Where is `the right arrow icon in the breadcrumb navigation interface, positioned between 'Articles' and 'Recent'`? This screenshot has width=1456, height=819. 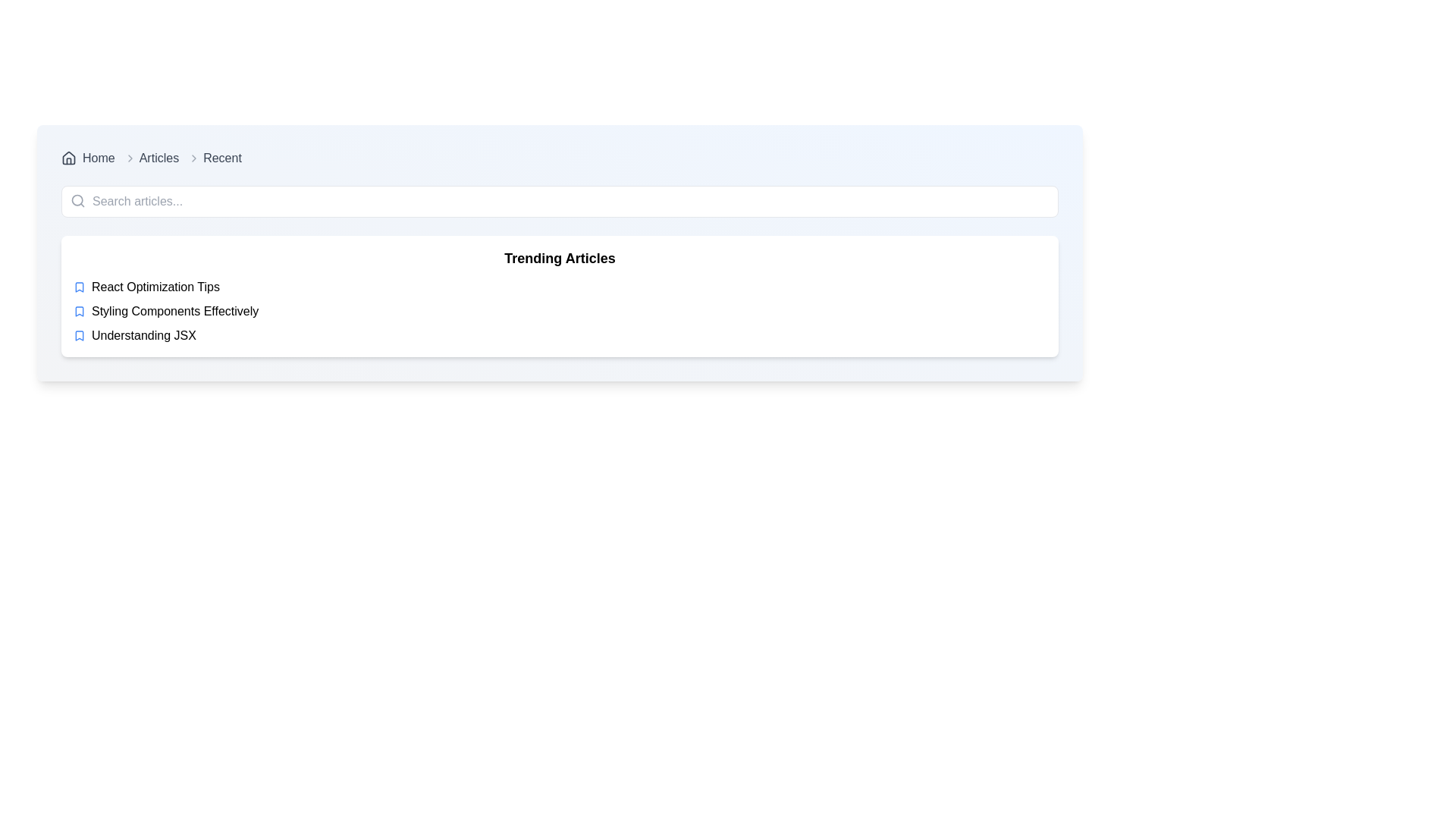 the right arrow icon in the breadcrumb navigation interface, positioned between 'Articles' and 'Recent' is located at coordinates (130, 158).